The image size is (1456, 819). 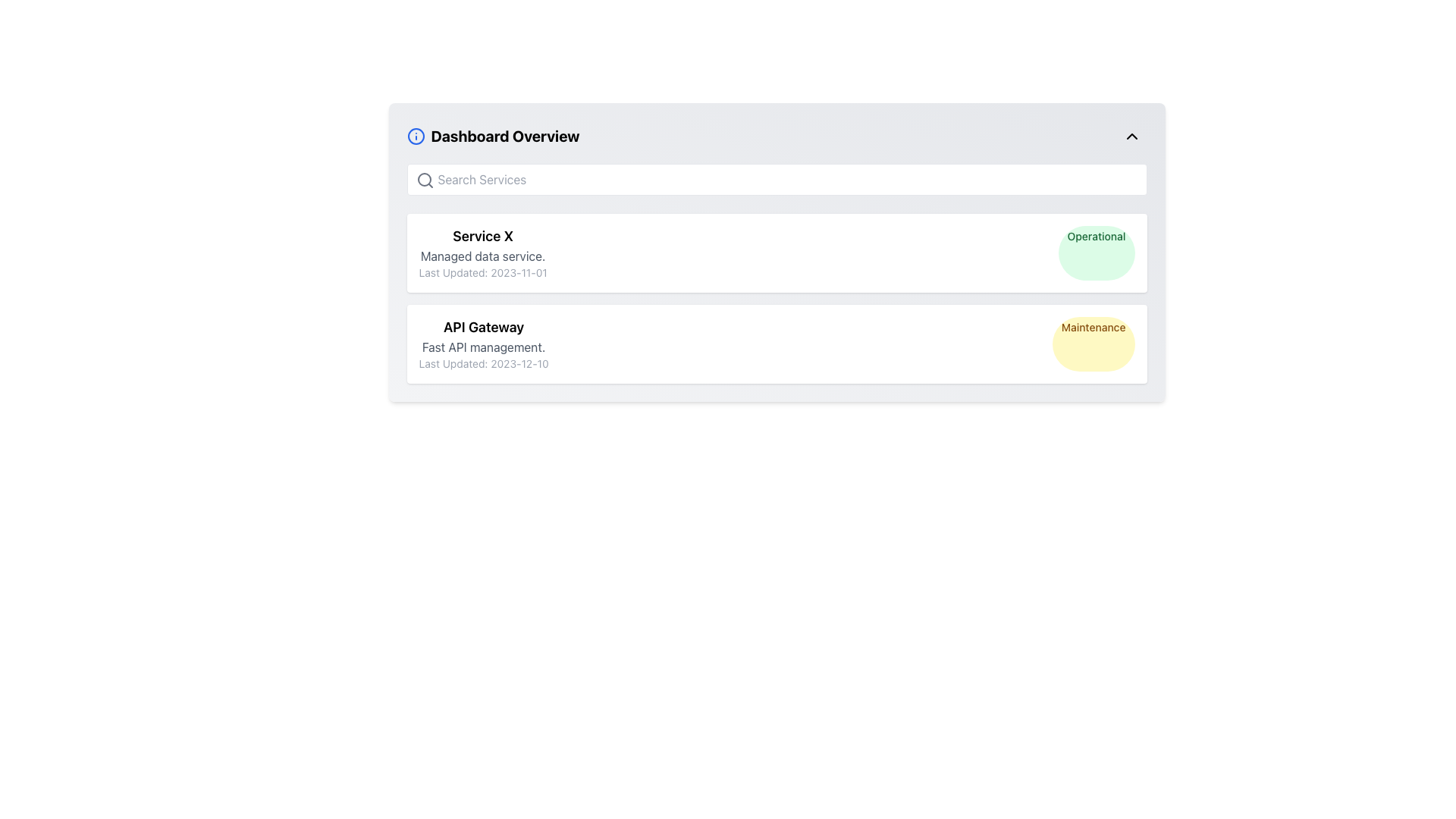 What do you see at coordinates (483, 327) in the screenshot?
I see `the 'API Gateway' text label, which serves as a title for the service entry, located in the second card of the service list` at bounding box center [483, 327].